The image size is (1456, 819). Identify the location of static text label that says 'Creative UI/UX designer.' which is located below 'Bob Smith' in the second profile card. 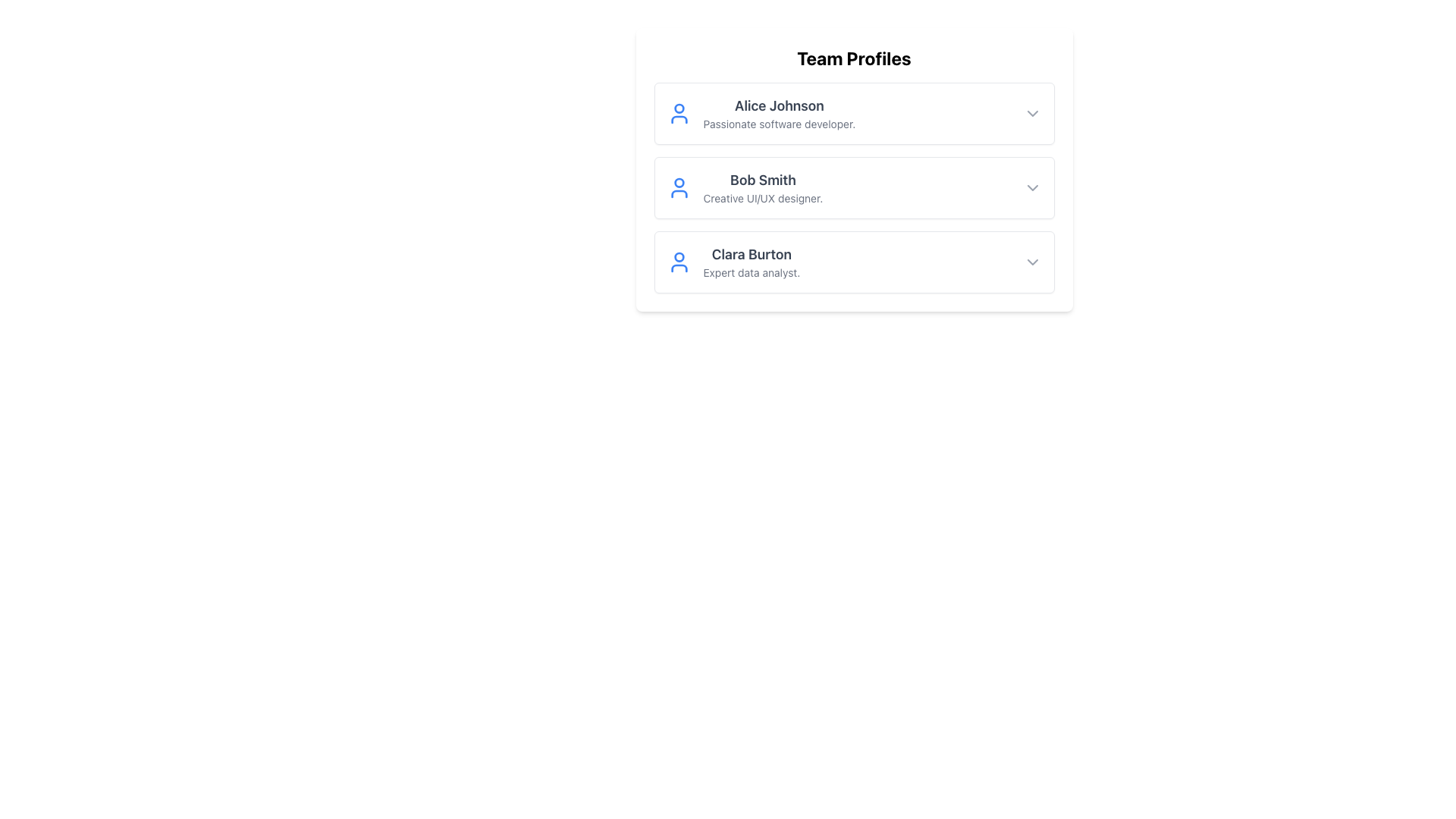
(763, 198).